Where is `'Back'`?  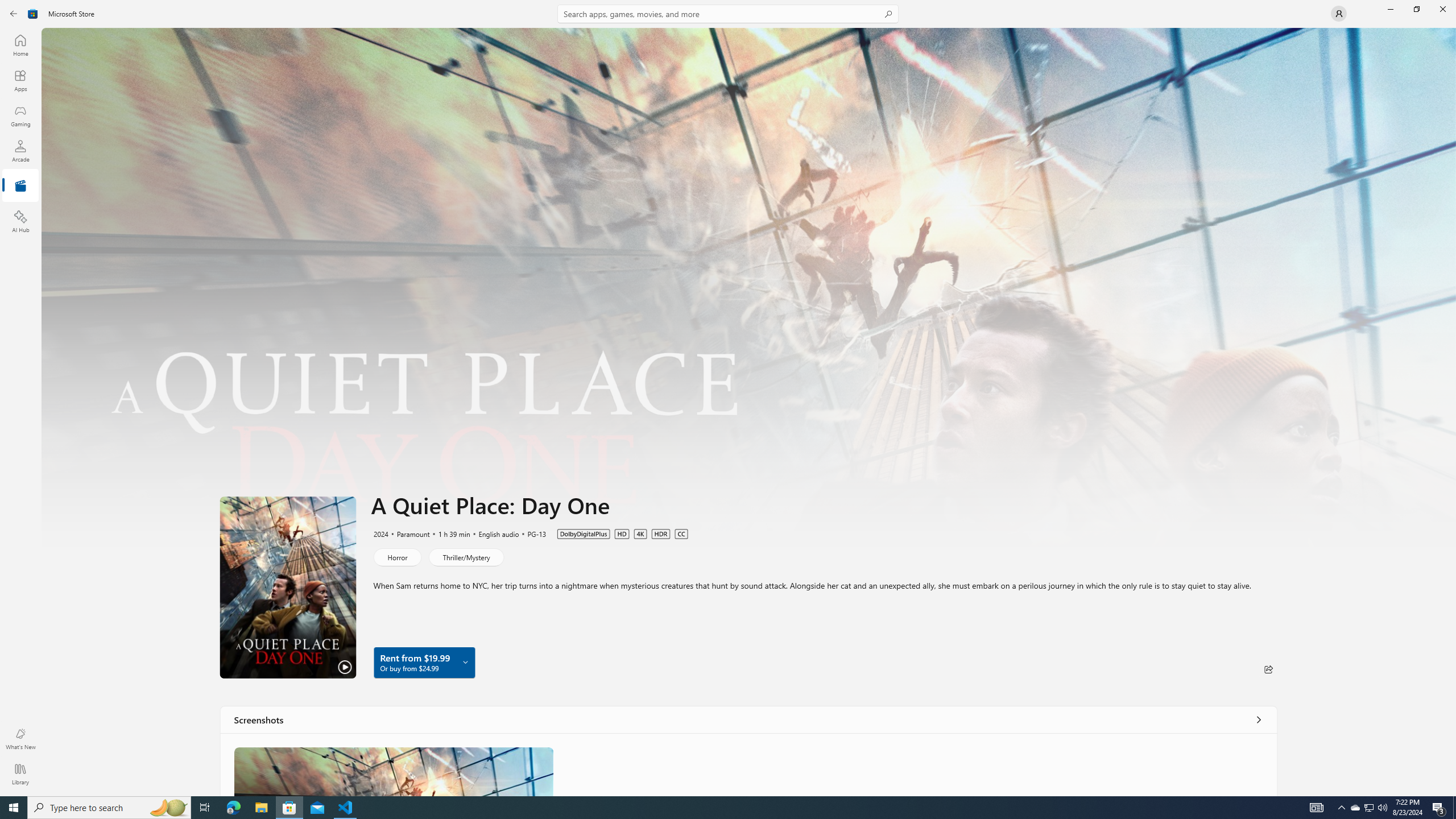
'Back' is located at coordinates (14, 13).